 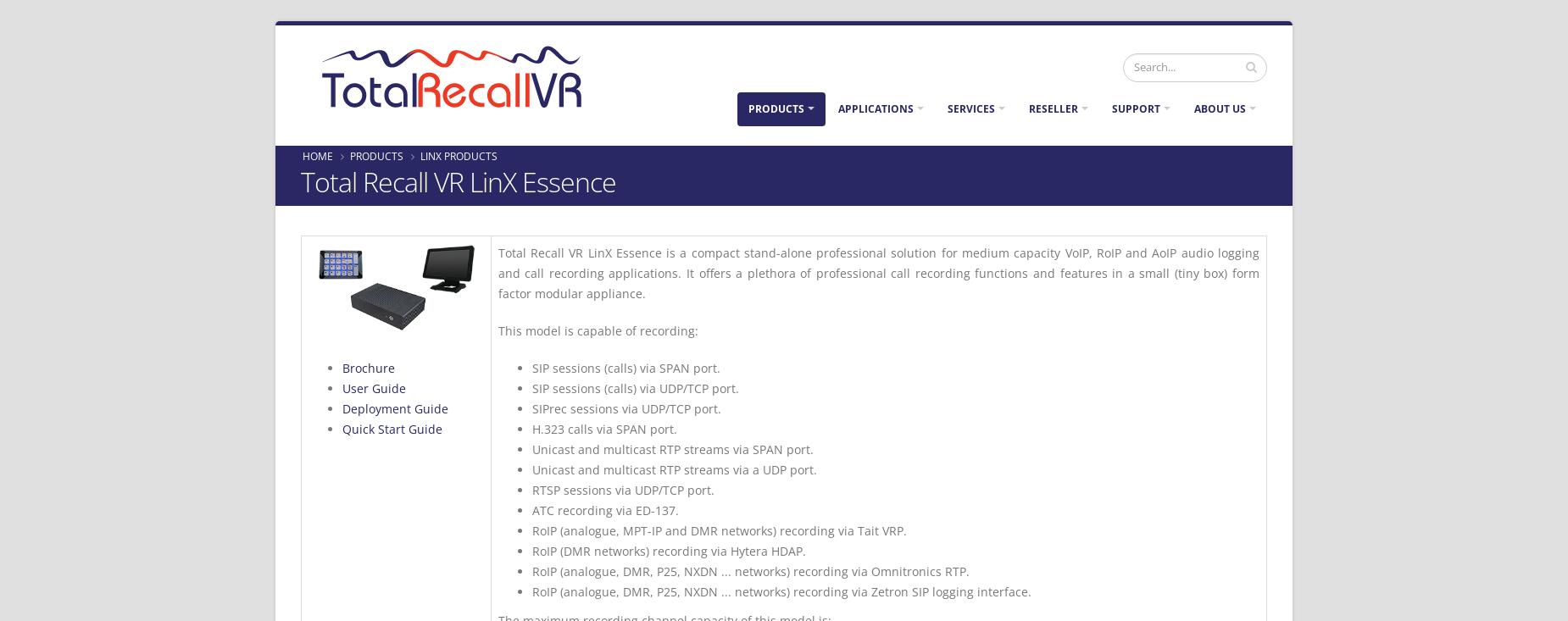 What do you see at coordinates (719, 530) in the screenshot?
I see `'RoIP (analogue, MPT-IP and DMR networks) recording via Tait VRP.'` at bounding box center [719, 530].